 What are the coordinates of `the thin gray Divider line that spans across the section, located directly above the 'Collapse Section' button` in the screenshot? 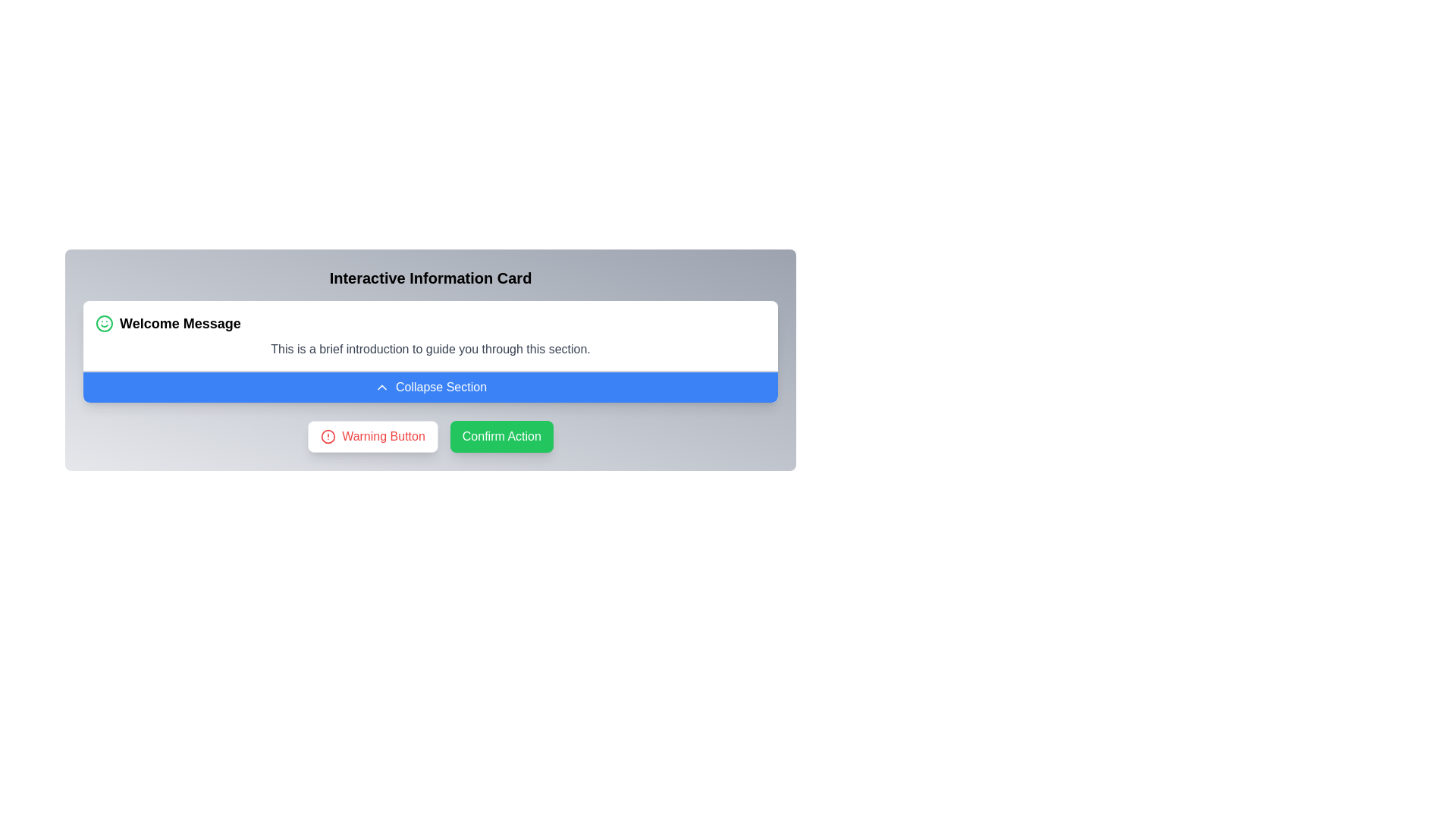 It's located at (429, 371).